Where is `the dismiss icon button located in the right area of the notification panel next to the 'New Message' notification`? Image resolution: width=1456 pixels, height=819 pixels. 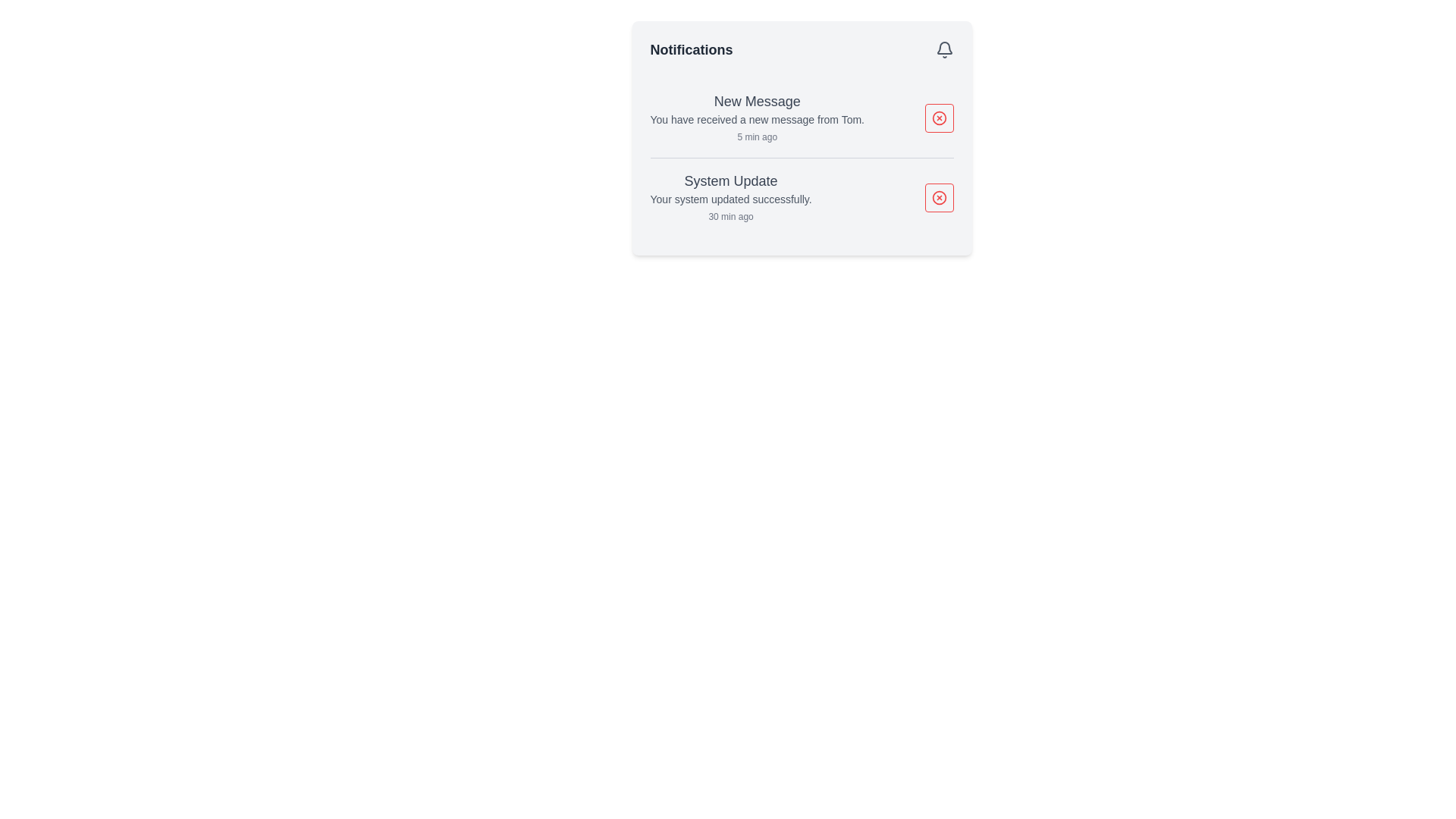 the dismiss icon button located in the right area of the notification panel next to the 'New Message' notification is located at coordinates (938, 117).